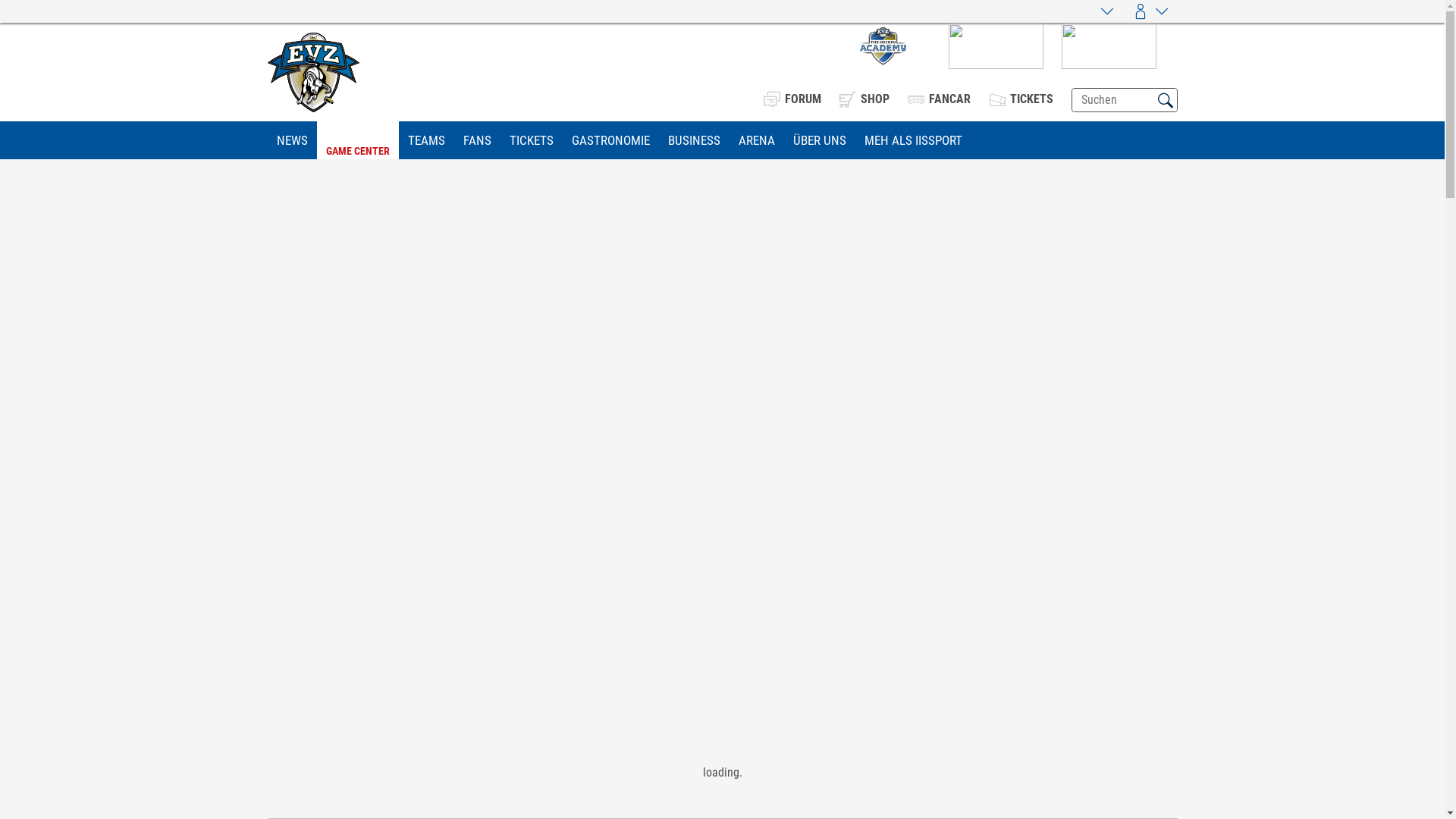  Describe the element at coordinates (531, 140) in the screenshot. I see `'TICKETS'` at that location.